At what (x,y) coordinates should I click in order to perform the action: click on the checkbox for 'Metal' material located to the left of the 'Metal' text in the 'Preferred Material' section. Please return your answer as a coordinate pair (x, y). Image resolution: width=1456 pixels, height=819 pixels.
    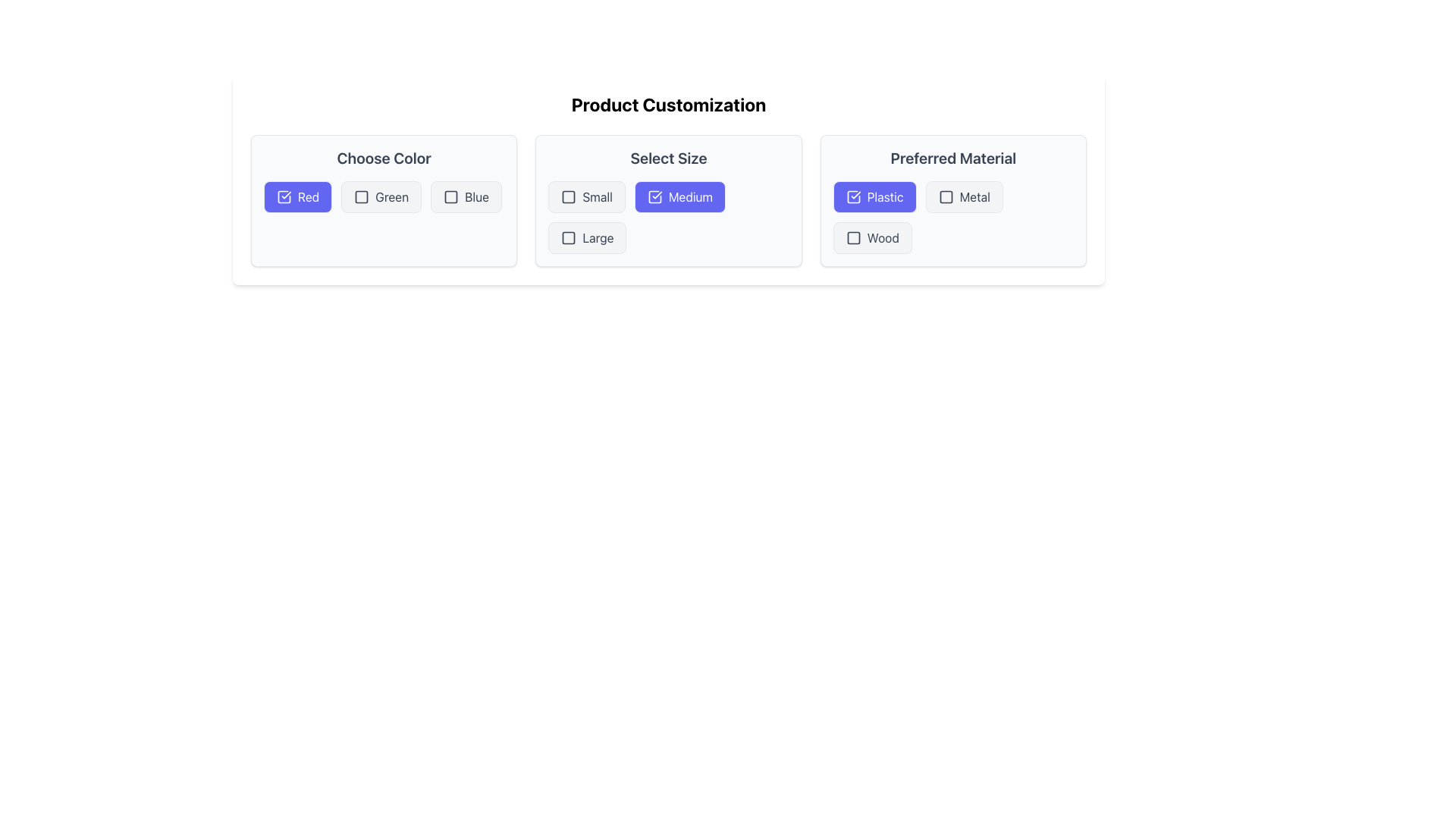
    Looking at the image, I should click on (945, 196).